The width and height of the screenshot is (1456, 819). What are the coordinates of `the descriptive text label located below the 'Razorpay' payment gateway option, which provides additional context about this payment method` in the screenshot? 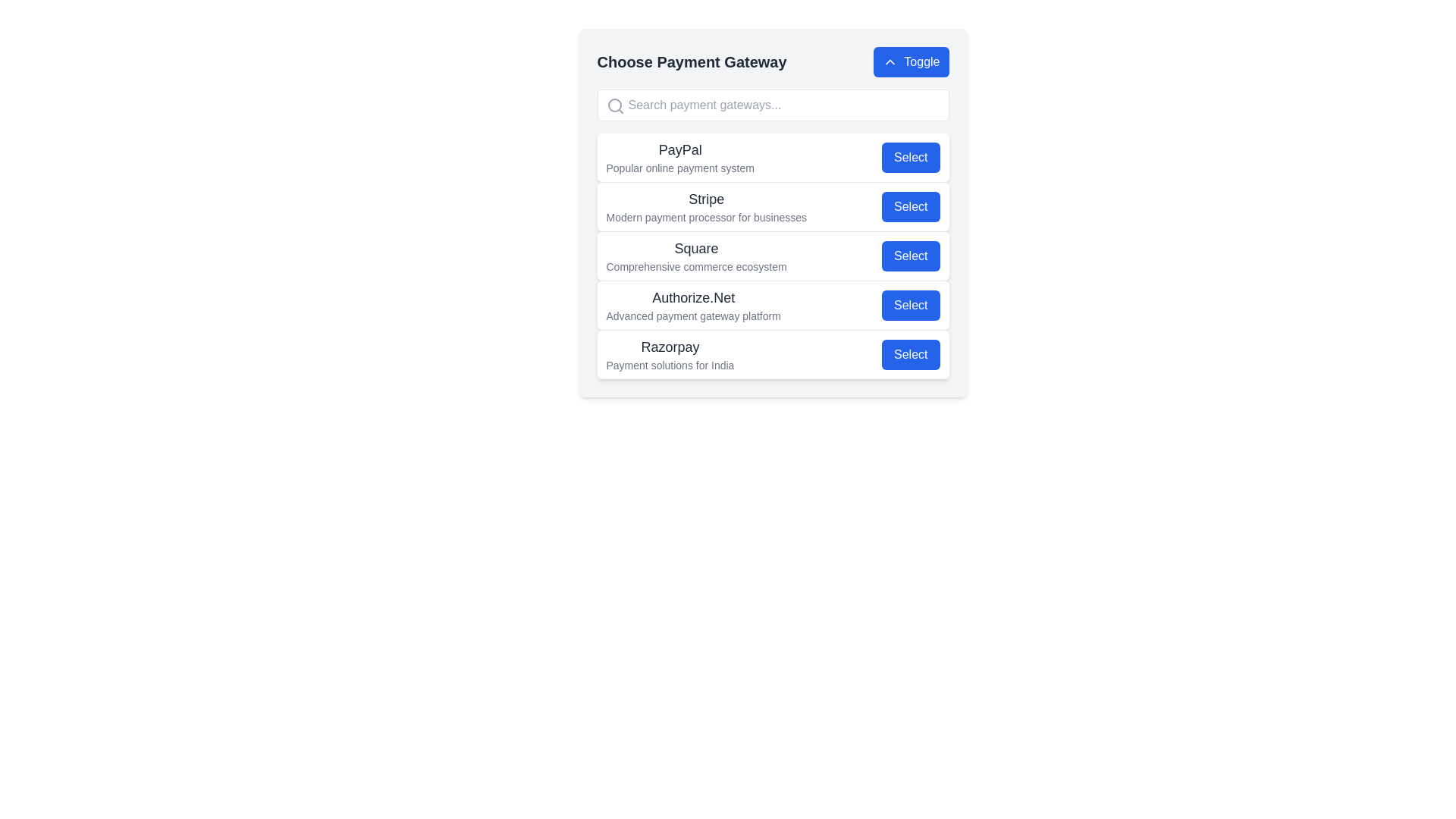 It's located at (669, 366).